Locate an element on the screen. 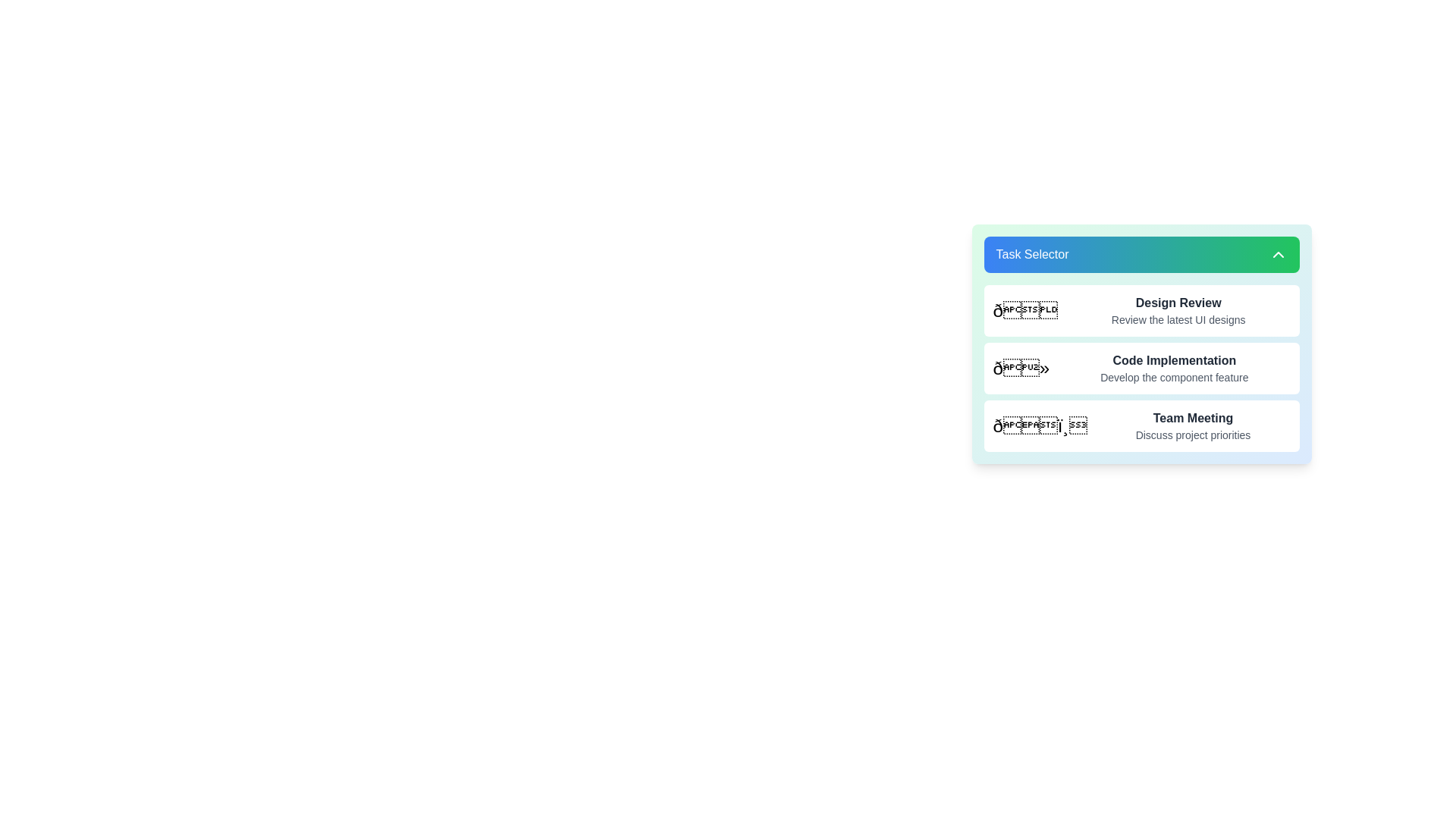  the icon representing 'Code Implementation' to trigger interaction or display a tooltip is located at coordinates (1021, 369).